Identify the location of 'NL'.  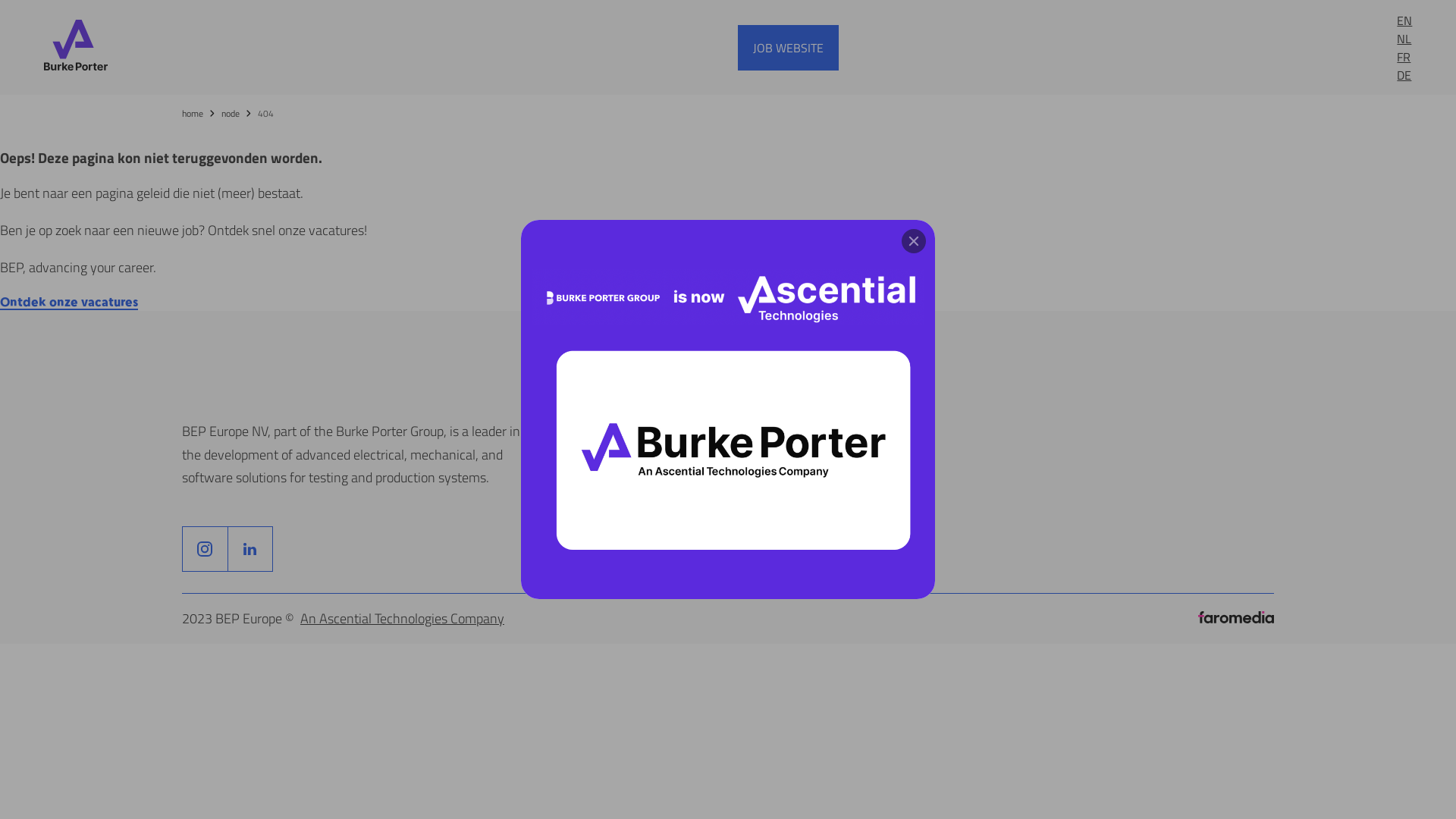
(1403, 37).